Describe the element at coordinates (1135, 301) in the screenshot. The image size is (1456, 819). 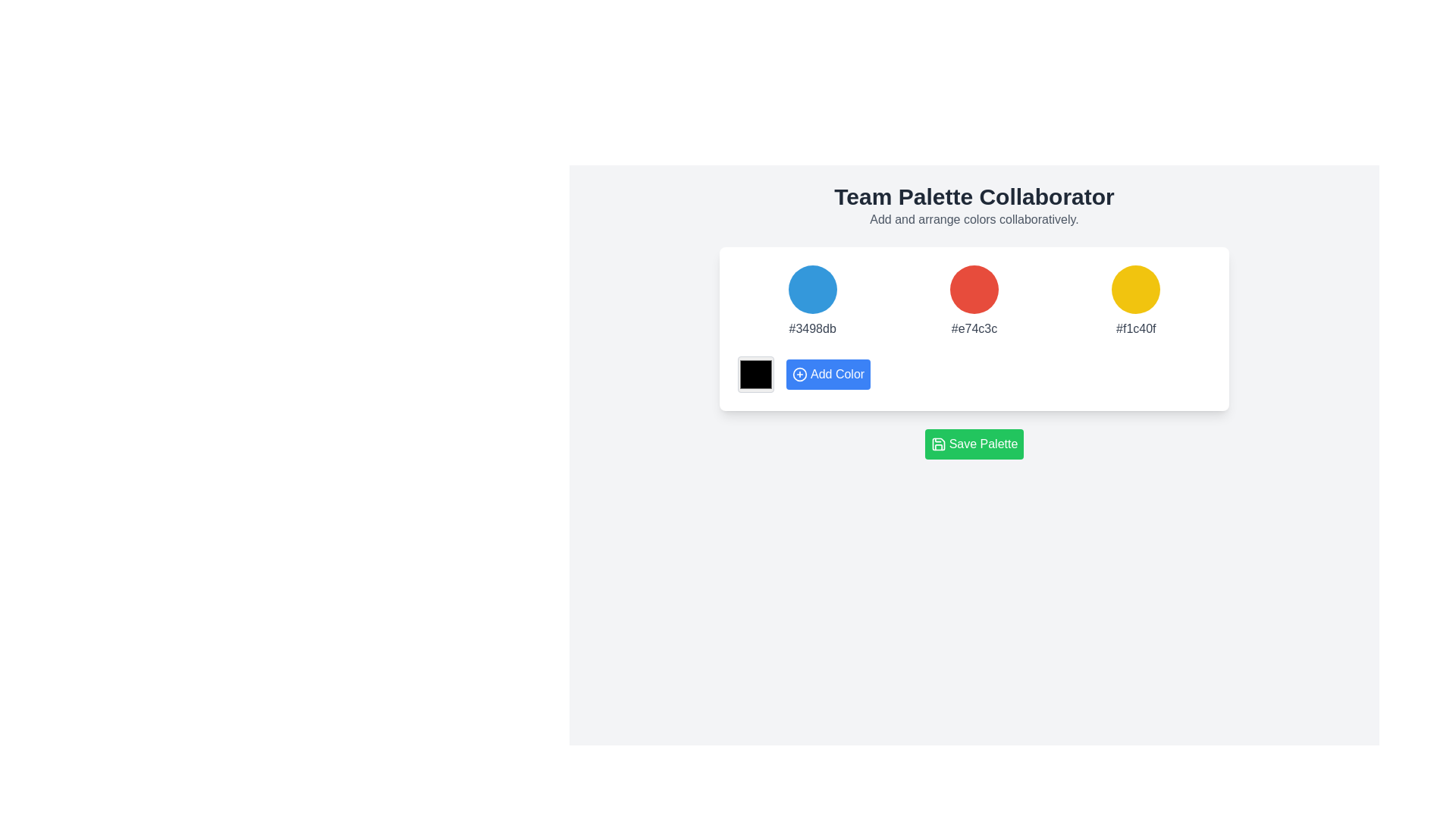
I see `the rightmost color swatch element displaying the yellow color and its corresponding hexadecimal code` at that location.